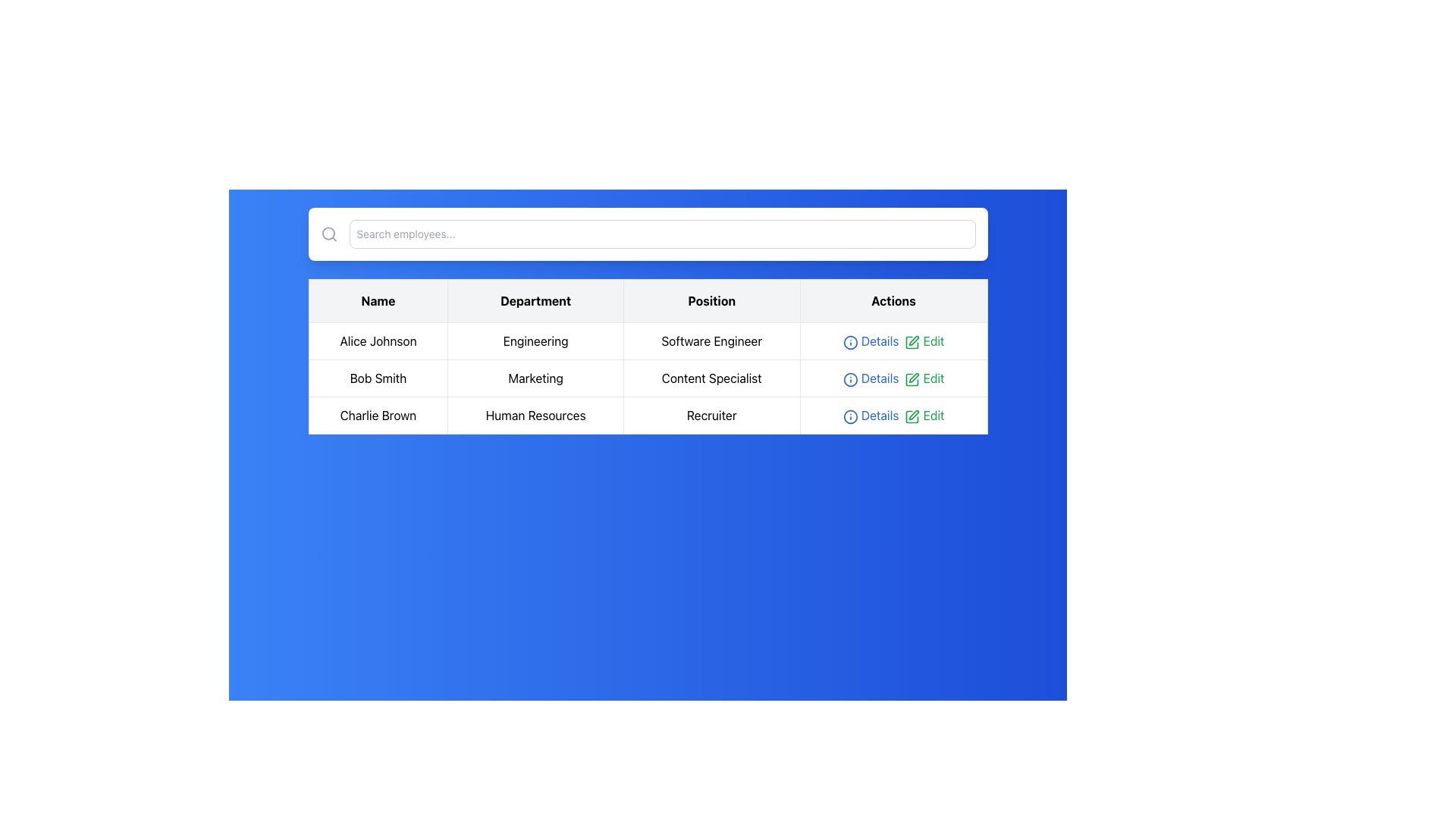 The height and width of the screenshot is (819, 1456). I want to click on the text label displaying the department information for user 'Bob Smith', which is centrally located in the second cell under the 'Department' header, so click(535, 377).